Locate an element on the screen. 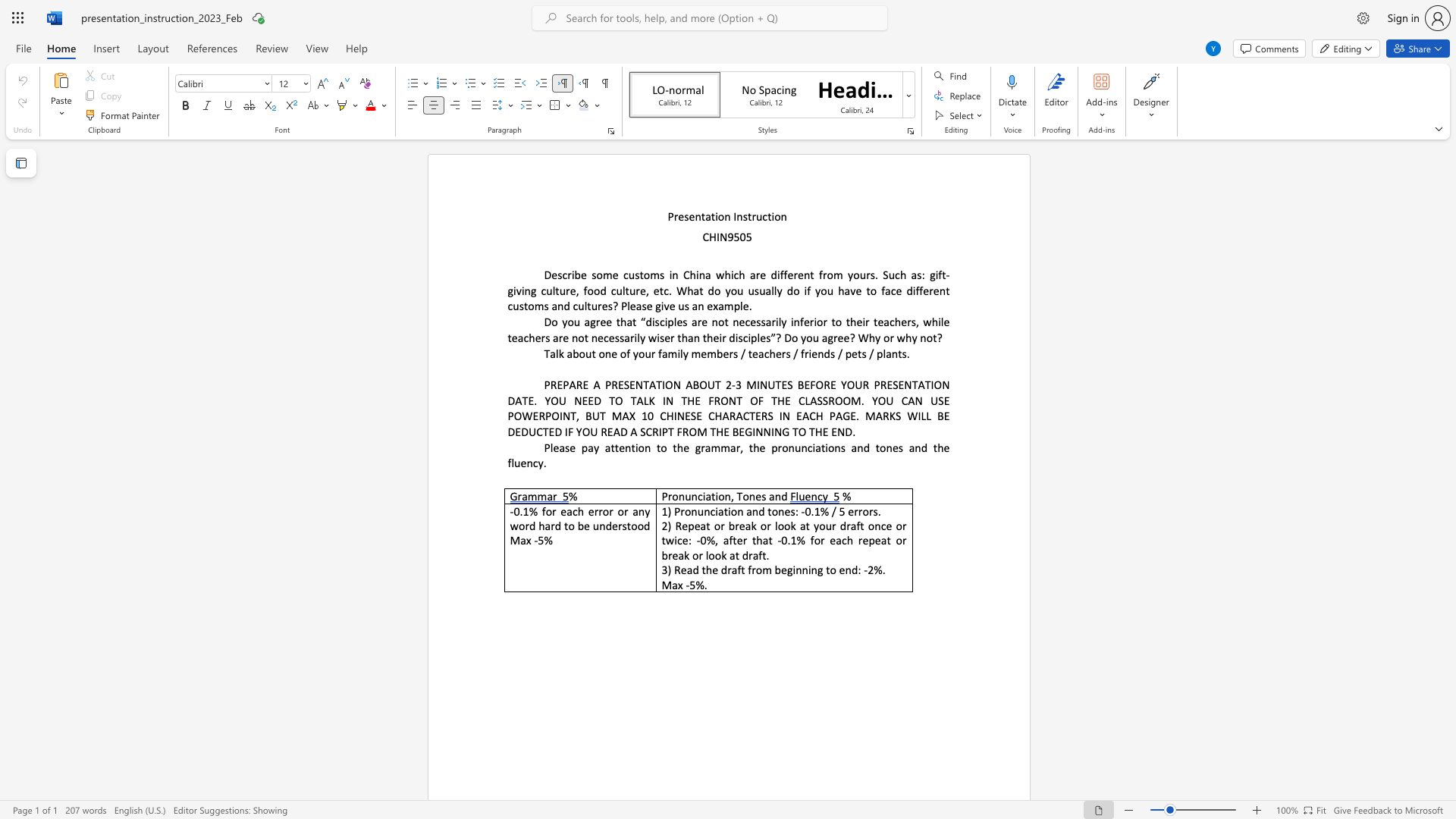 The width and height of the screenshot is (1456, 819). the subset text "0%, after that -0.1" within the text "2) Repeat or break or look at your draft once or twice: -0%, after that -0.1% for each repeat or break or look at draft." is located at coordinates (699, 539).